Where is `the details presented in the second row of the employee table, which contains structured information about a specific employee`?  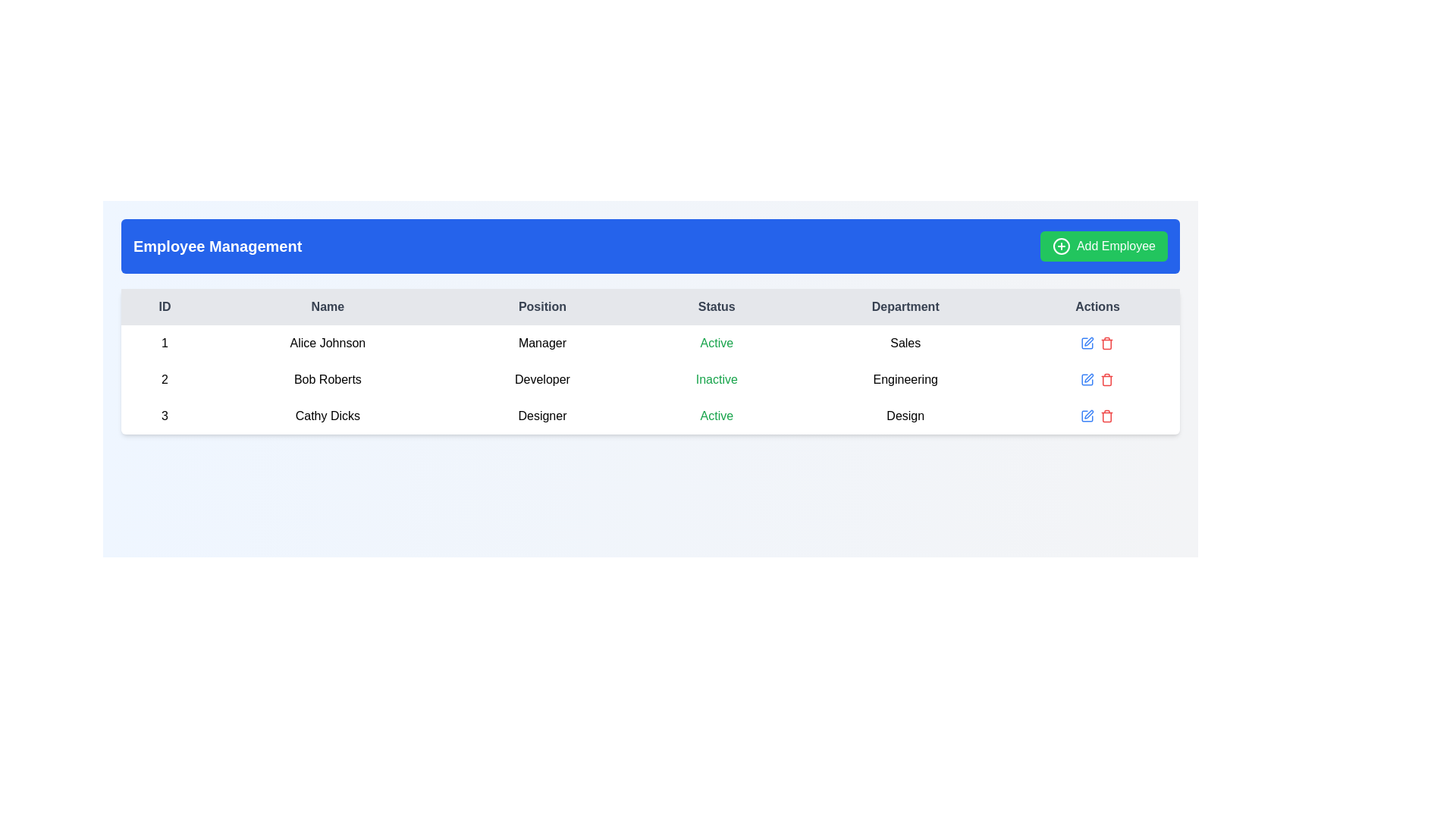 the details presented in the second row of the employee table, which contains structured information about a specific employee is located at coordinates (651, 379).